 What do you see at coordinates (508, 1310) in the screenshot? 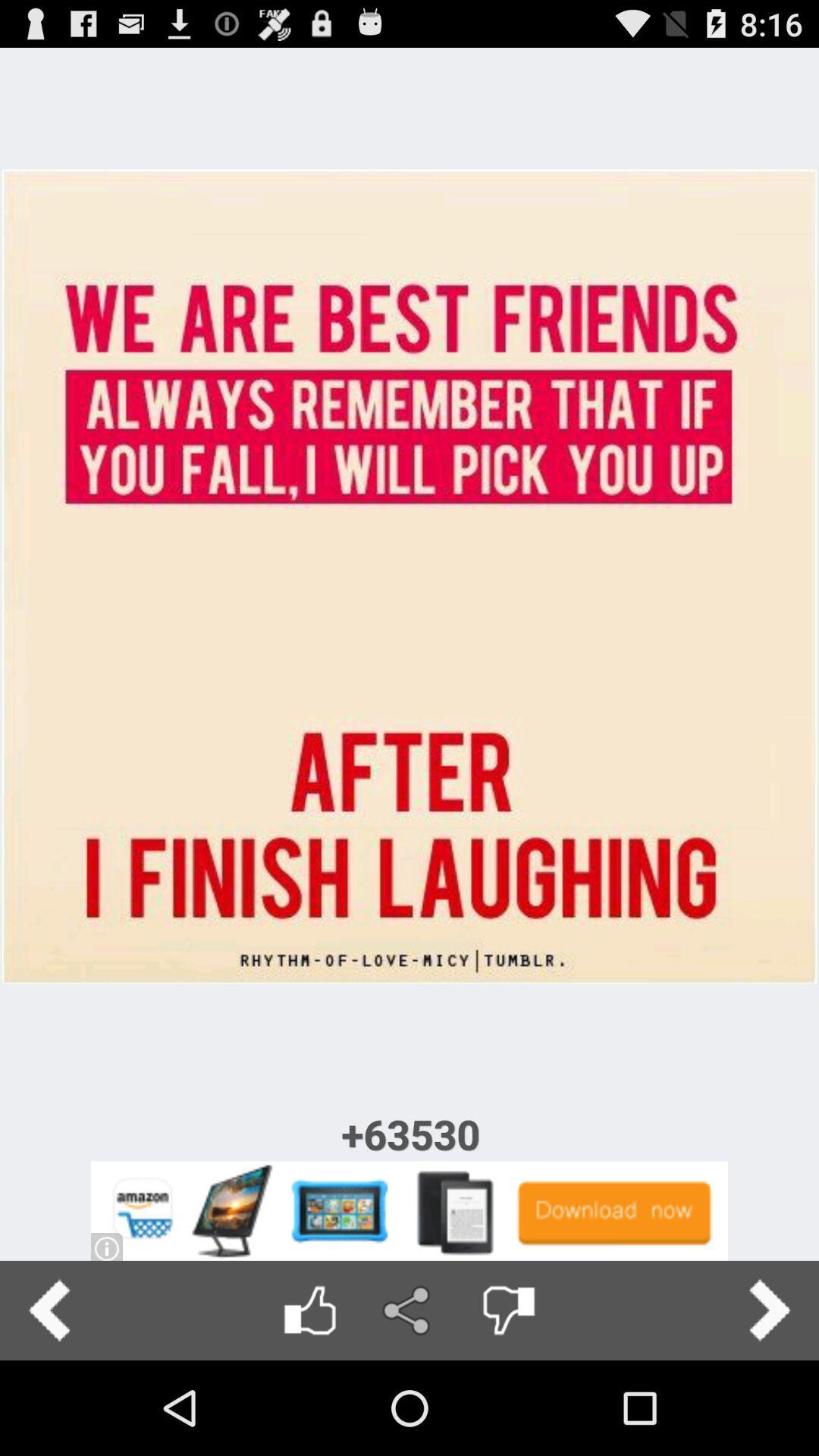
I see `dislike` at bounding box center [508, 1310].